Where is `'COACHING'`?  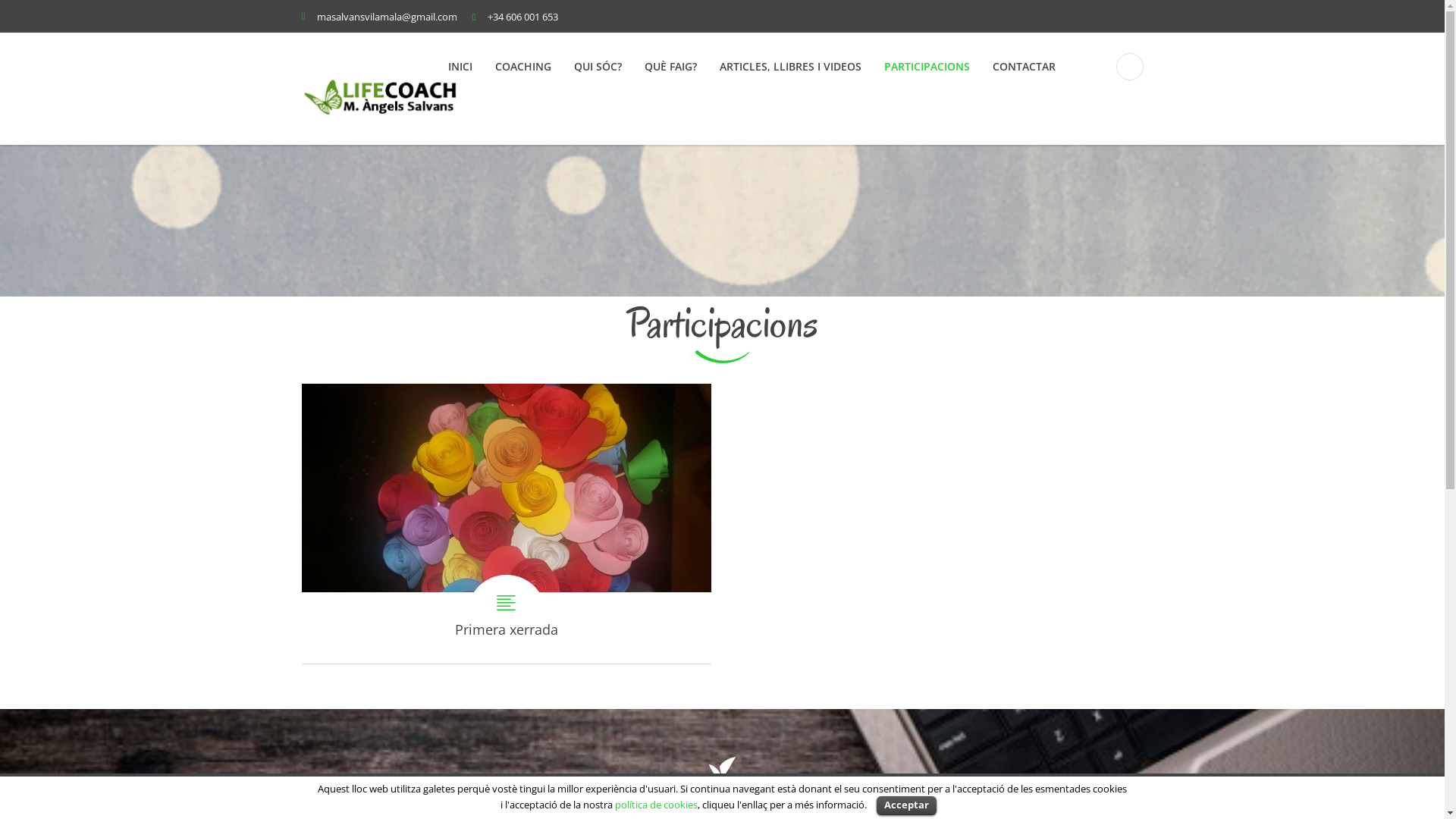 'COACHING' is located at coordinates (494, 65).